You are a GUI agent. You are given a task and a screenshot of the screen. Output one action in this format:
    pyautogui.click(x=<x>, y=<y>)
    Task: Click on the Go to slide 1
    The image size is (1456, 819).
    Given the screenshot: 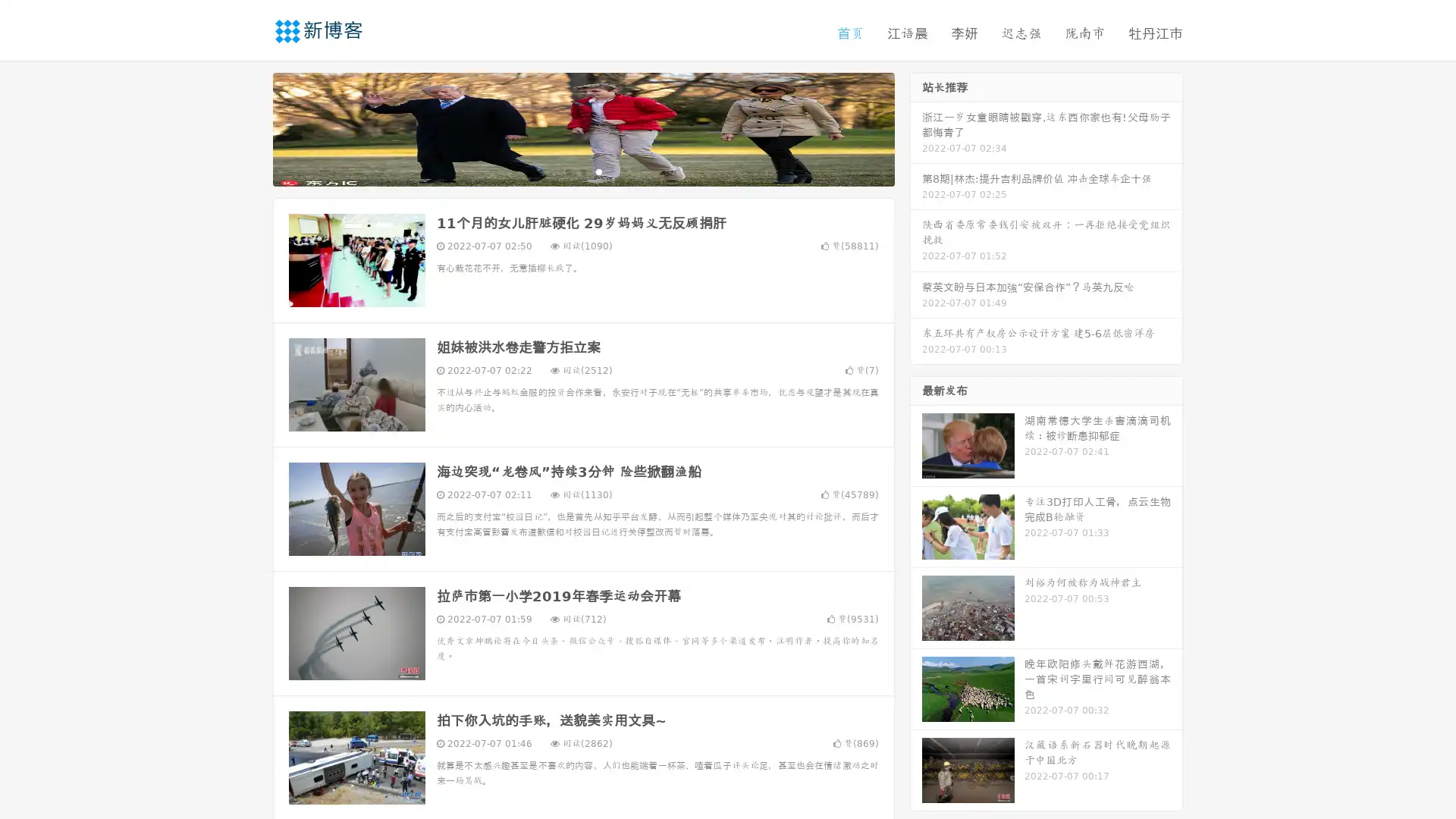 What is the action you would take?
    pyautogui.click(x=567, y=171)
    